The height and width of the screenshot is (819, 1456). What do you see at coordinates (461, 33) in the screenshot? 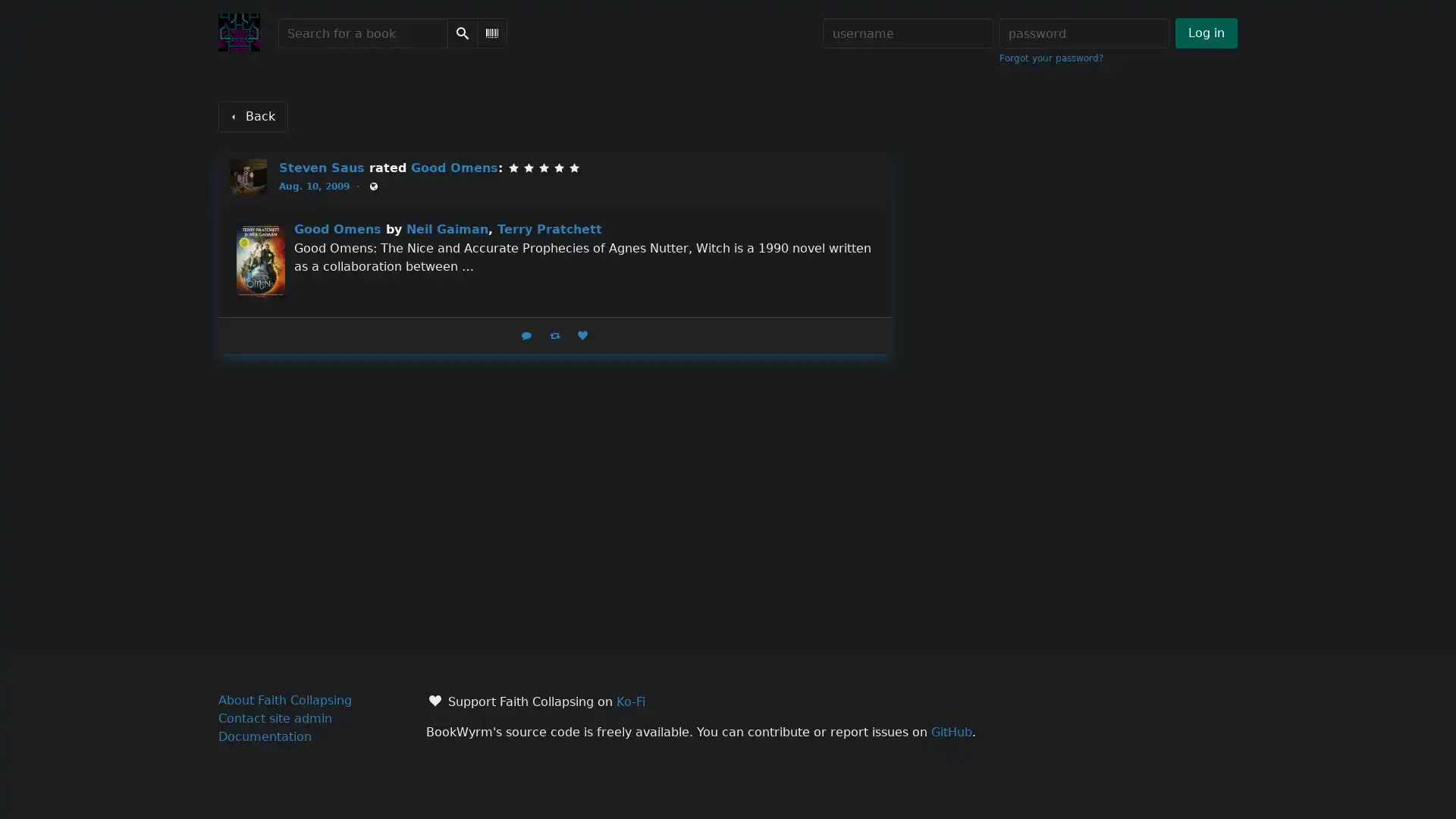
I see `Search` at bounding box center [461, 33].